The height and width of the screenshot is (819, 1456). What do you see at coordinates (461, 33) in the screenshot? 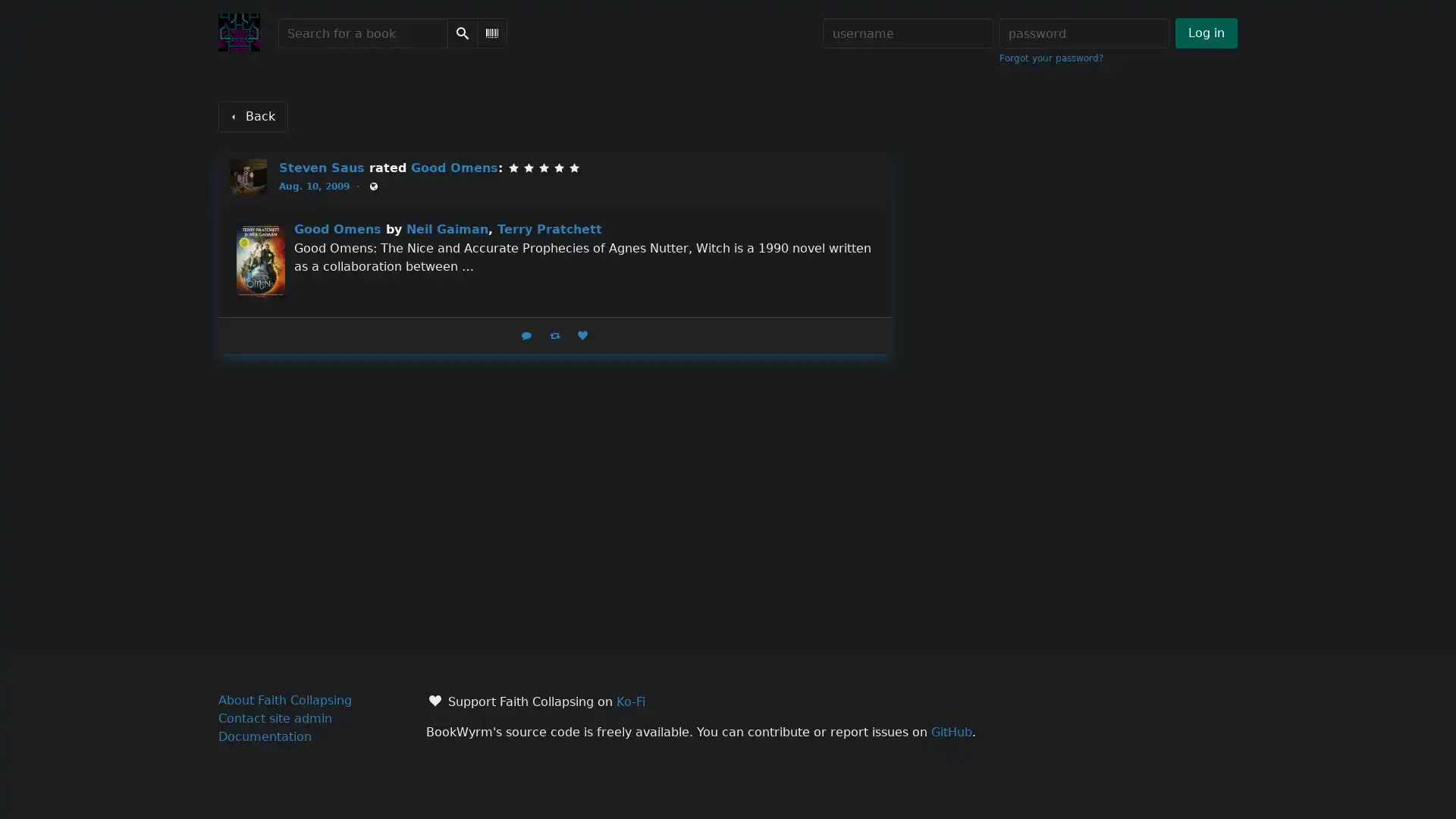
I see `Search` at bounding box center [461, 33].